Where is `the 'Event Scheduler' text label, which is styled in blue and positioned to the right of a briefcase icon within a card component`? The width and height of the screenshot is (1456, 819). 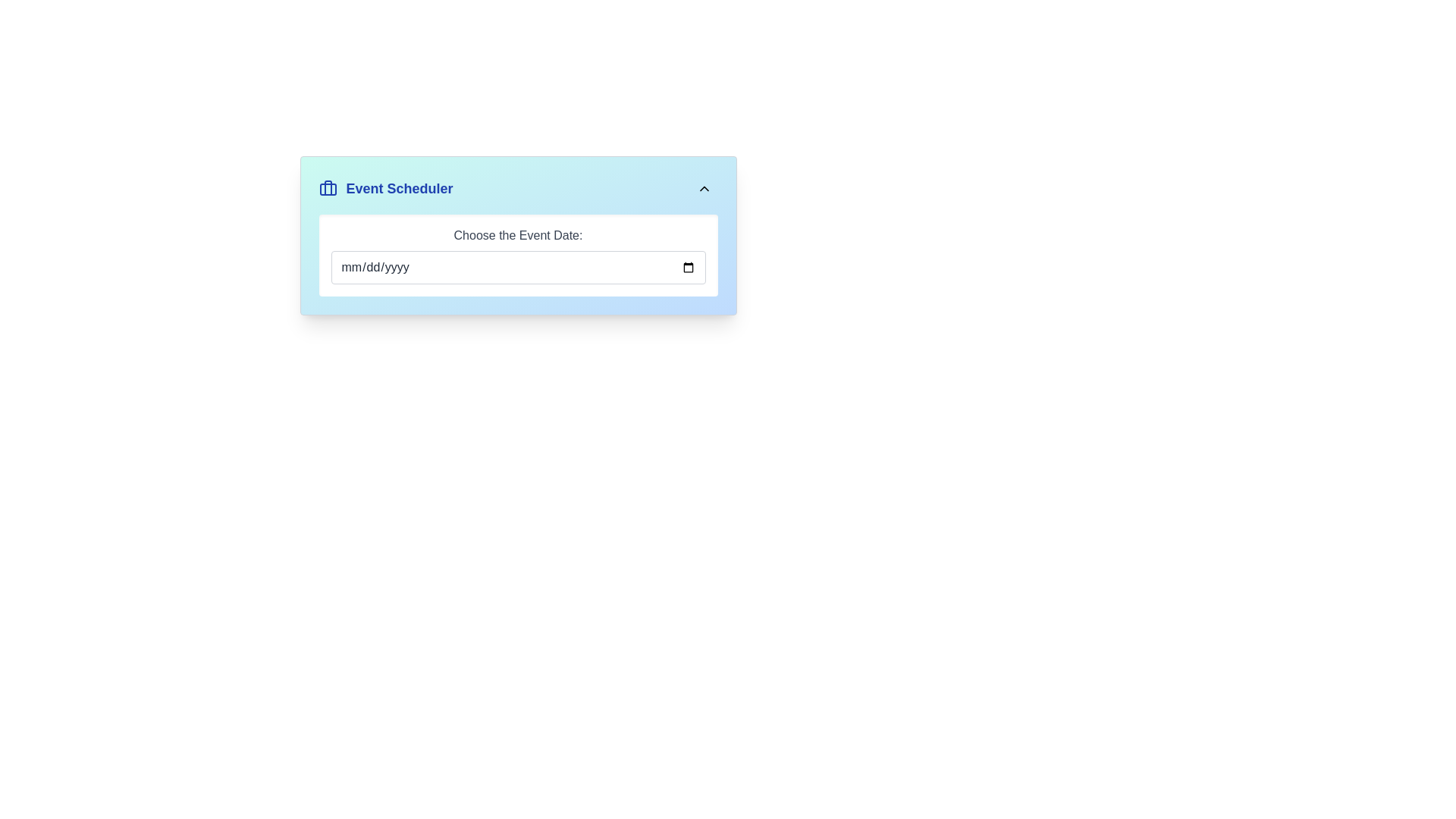 the 'Event Scheduler' text label, which is styled in blue and positioned to the right of a briefcase icon within a card component is located at coordinates (400, 188).